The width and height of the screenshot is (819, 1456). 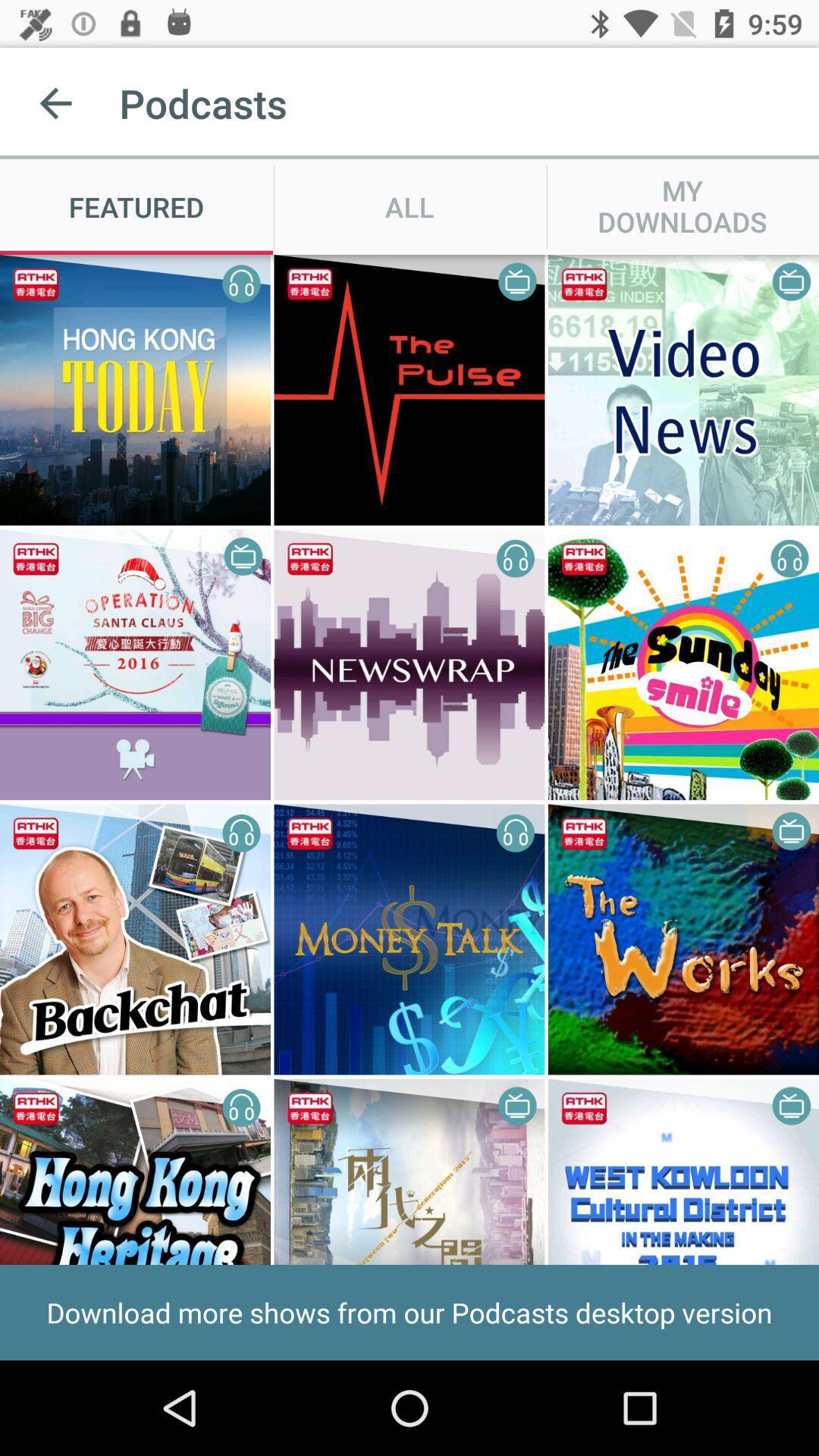 What do you see at coordinates (409, 664) in the screenshot?
I see `the image in which it says newswrap` at bounding box center [409, 664].